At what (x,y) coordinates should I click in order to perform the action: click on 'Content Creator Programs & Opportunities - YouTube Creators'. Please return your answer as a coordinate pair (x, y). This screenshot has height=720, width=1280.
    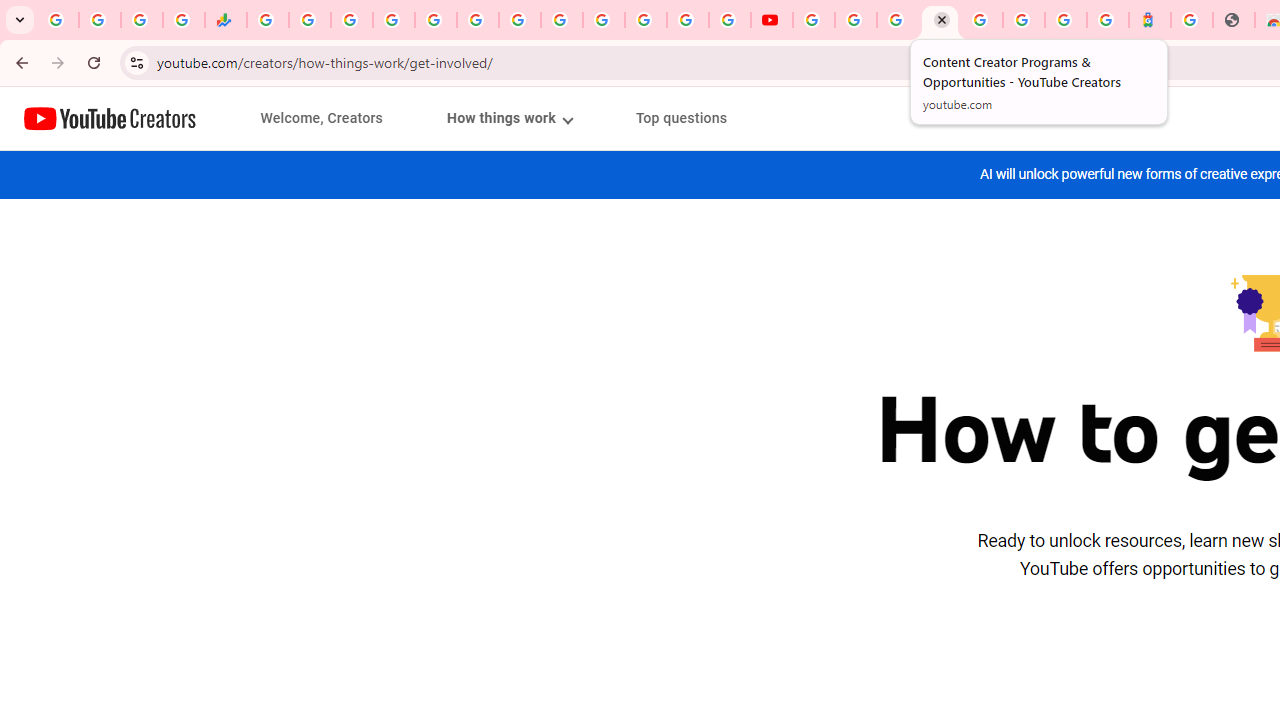
    Looking at the image, I should click on (939, 20).